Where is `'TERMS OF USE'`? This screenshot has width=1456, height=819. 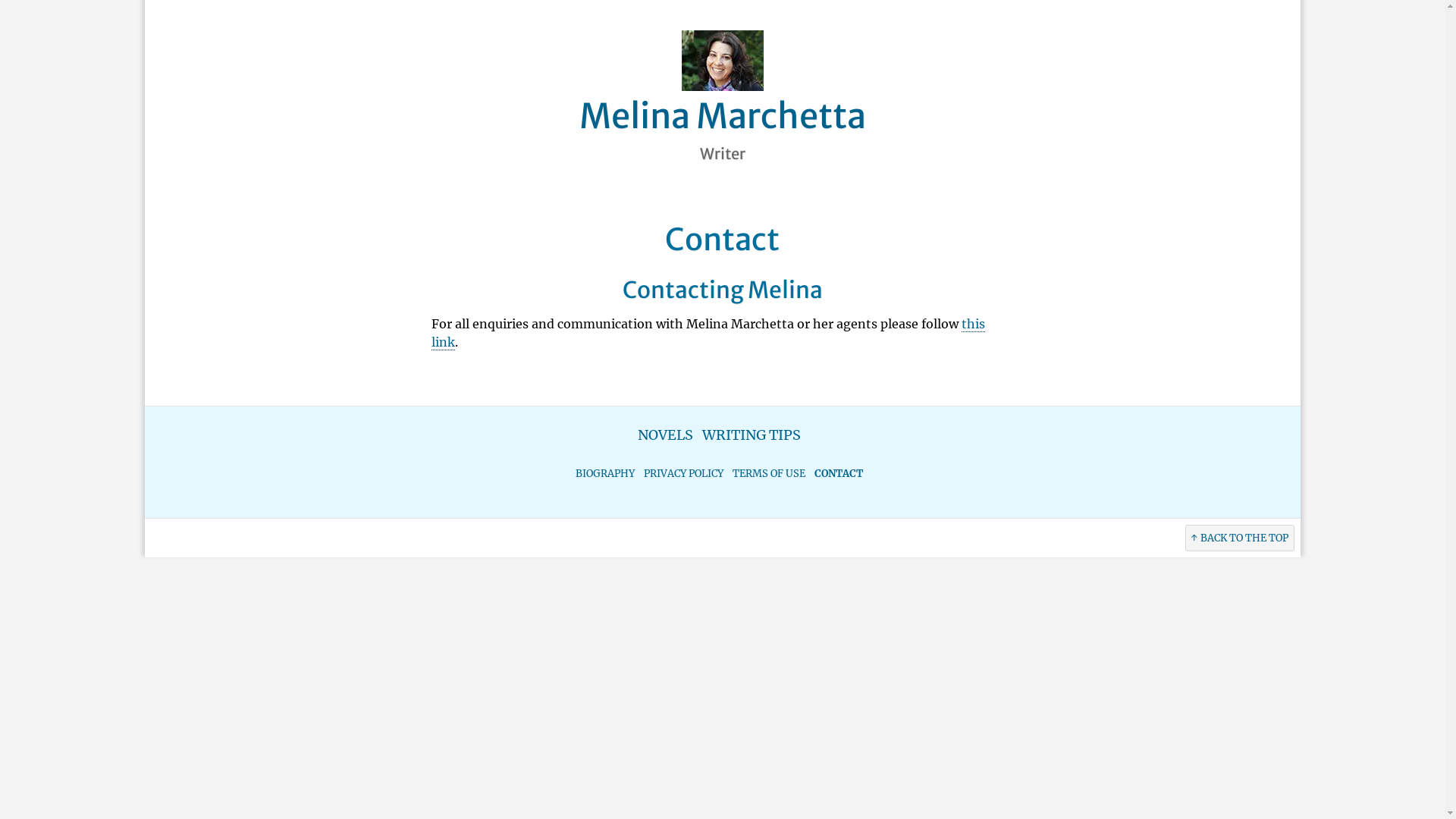 'TERMS OF USE' is located at coordinates (768, 472).